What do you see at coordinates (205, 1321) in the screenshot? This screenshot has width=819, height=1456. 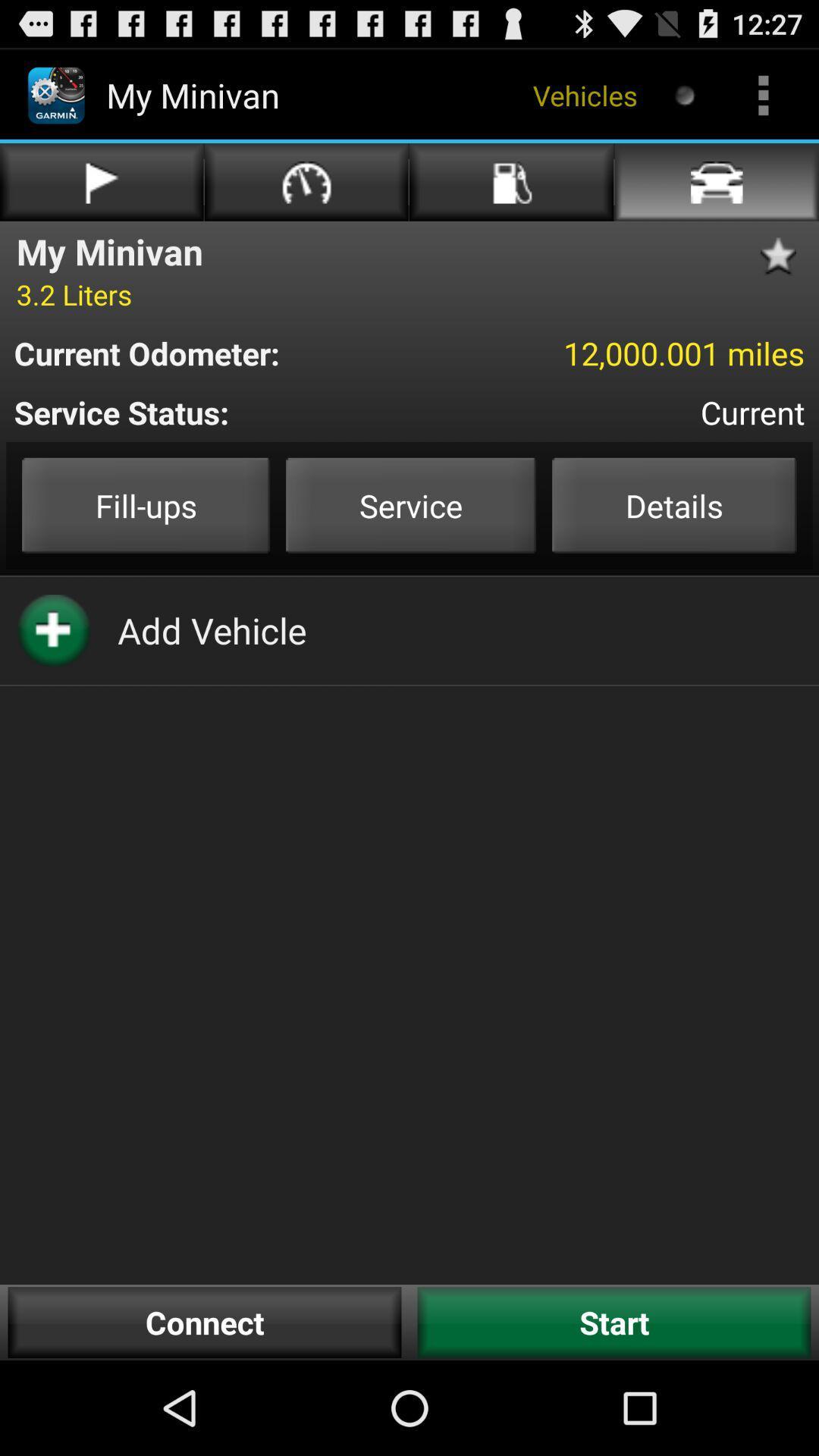 I see `the button on the bottom left corner of the web page` at bounding box center [205, 1321].